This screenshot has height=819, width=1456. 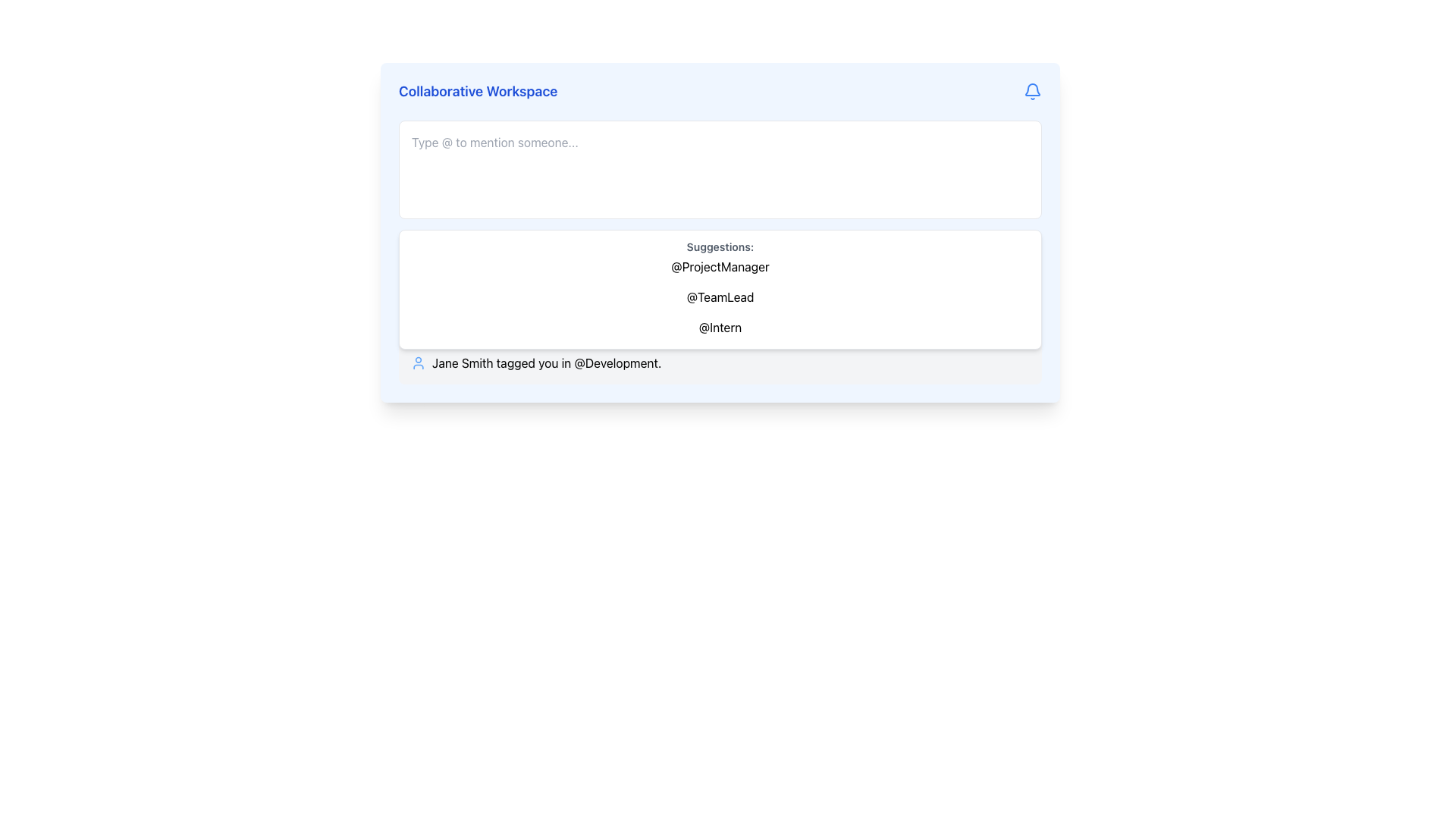 I want to click on the blue bell-shaped notification icon located in the top-right section of the 'Collaborative Workspace' interface, so click(x=1032, y=91).